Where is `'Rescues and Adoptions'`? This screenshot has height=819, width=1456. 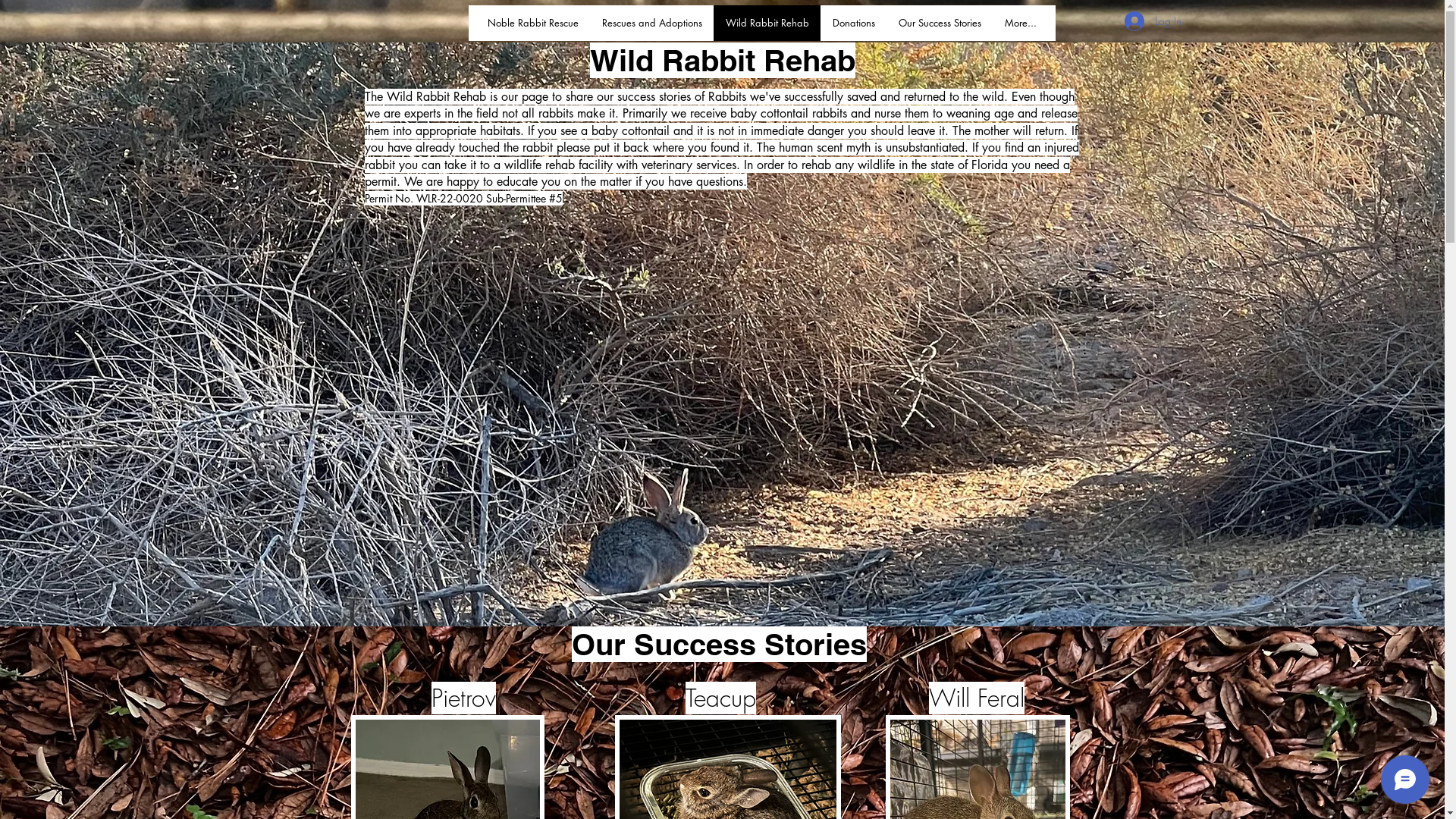
'Rescues and Adoptions' is located at coordinates (651, 23).